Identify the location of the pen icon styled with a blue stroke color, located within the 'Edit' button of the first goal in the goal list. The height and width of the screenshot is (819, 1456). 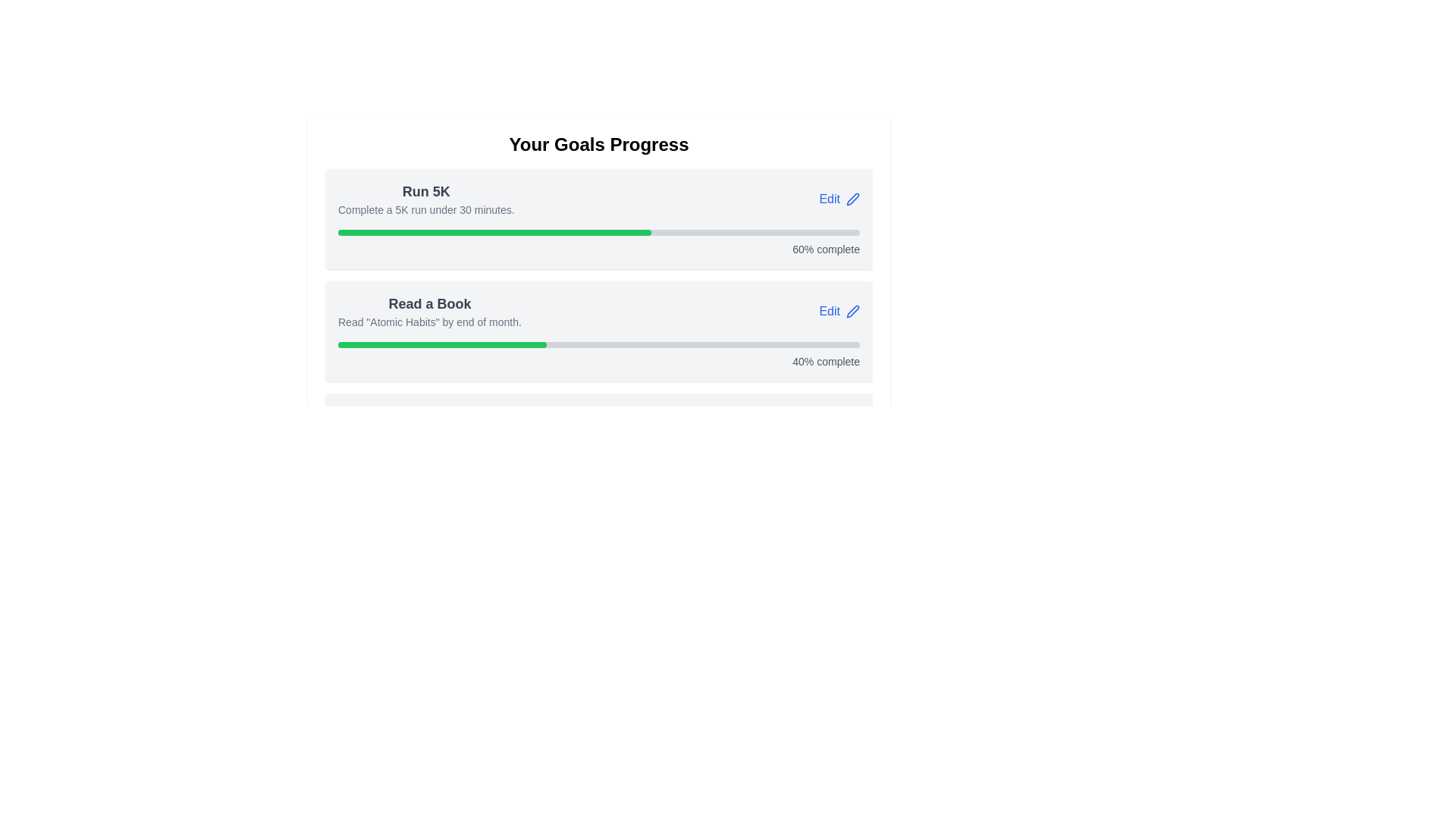
(852, 198).